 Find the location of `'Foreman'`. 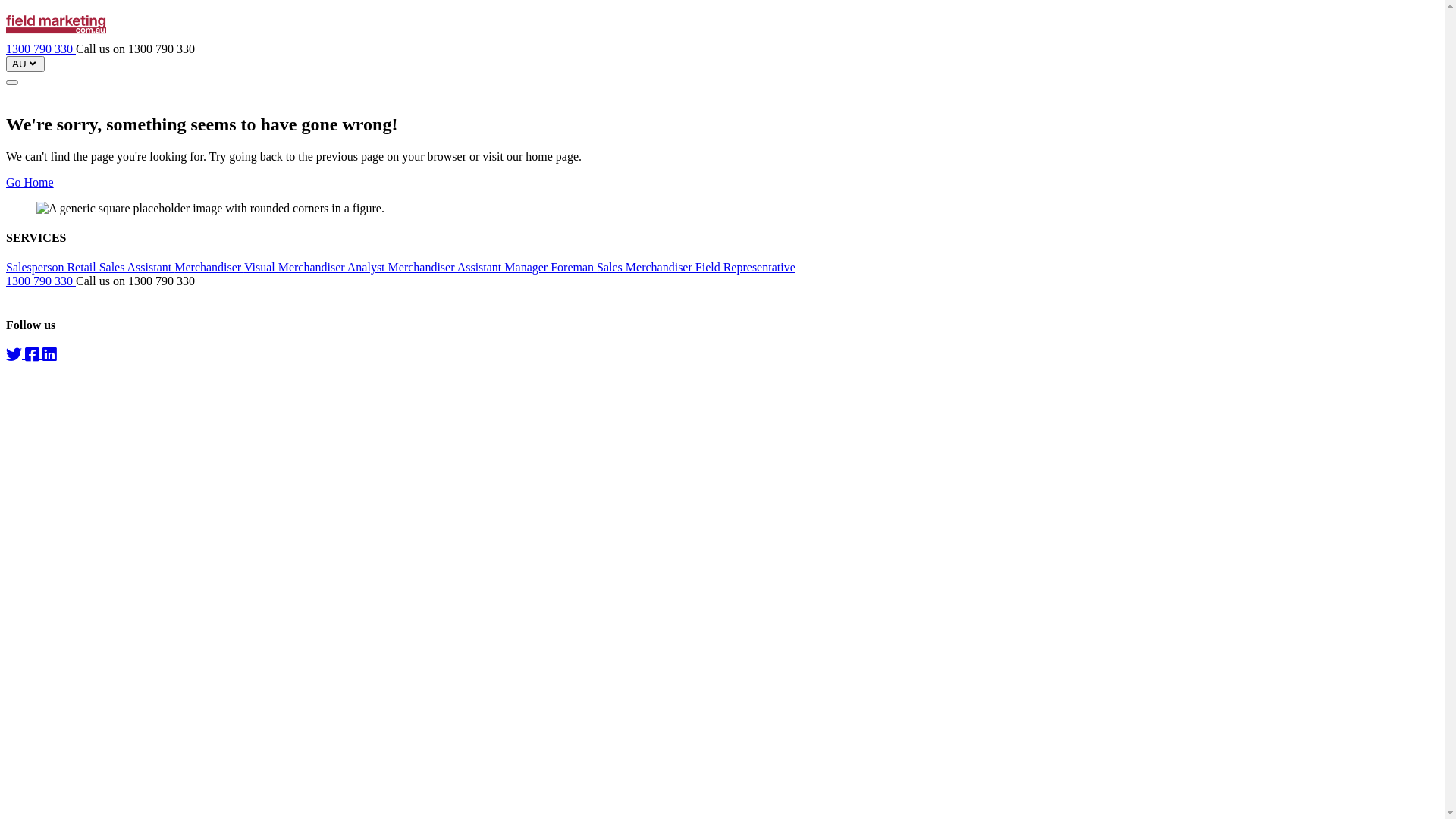

'Foreman' is located at coordinates (573, 266).